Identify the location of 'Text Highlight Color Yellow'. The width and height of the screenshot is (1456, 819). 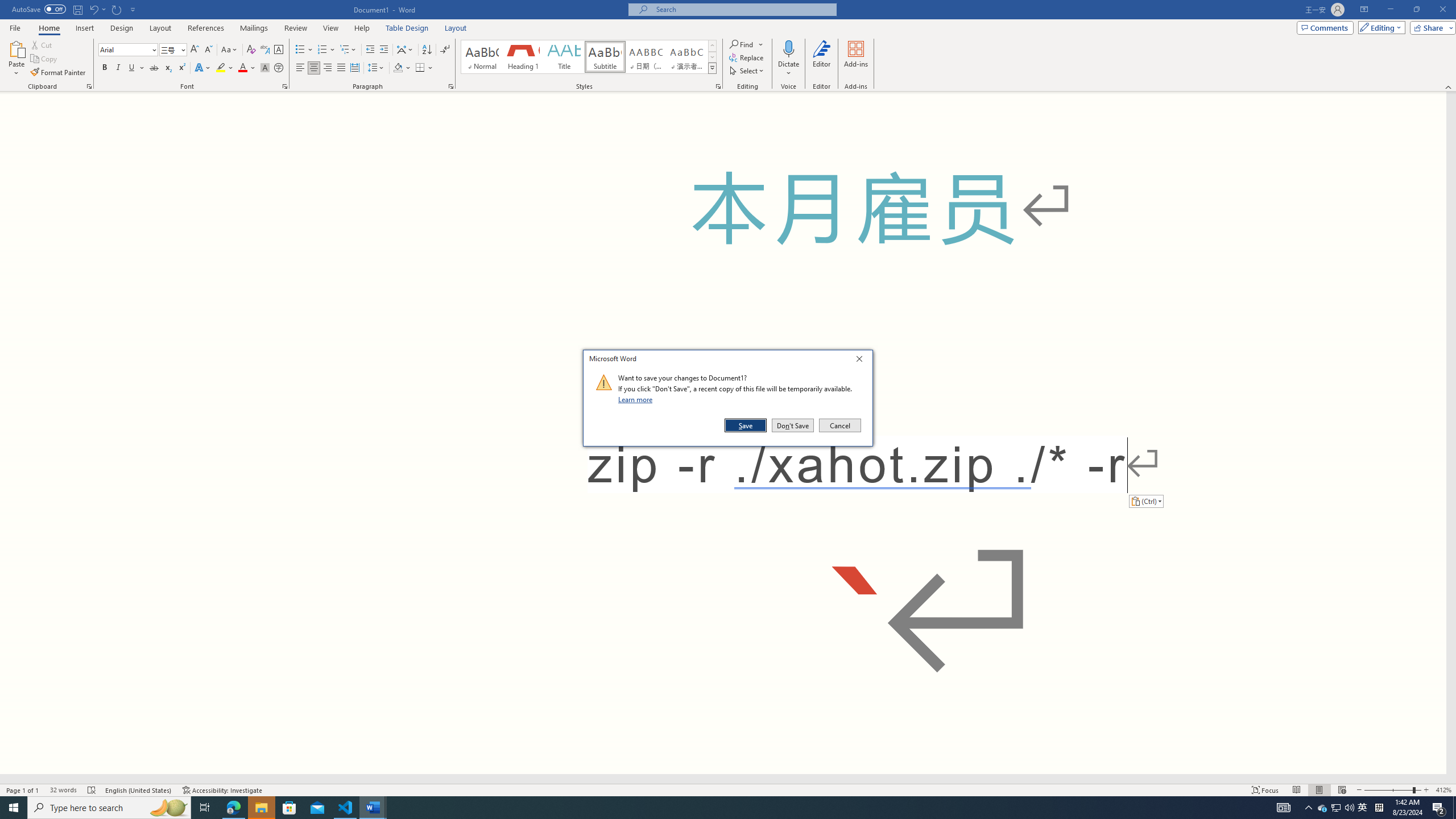
(220, 67).